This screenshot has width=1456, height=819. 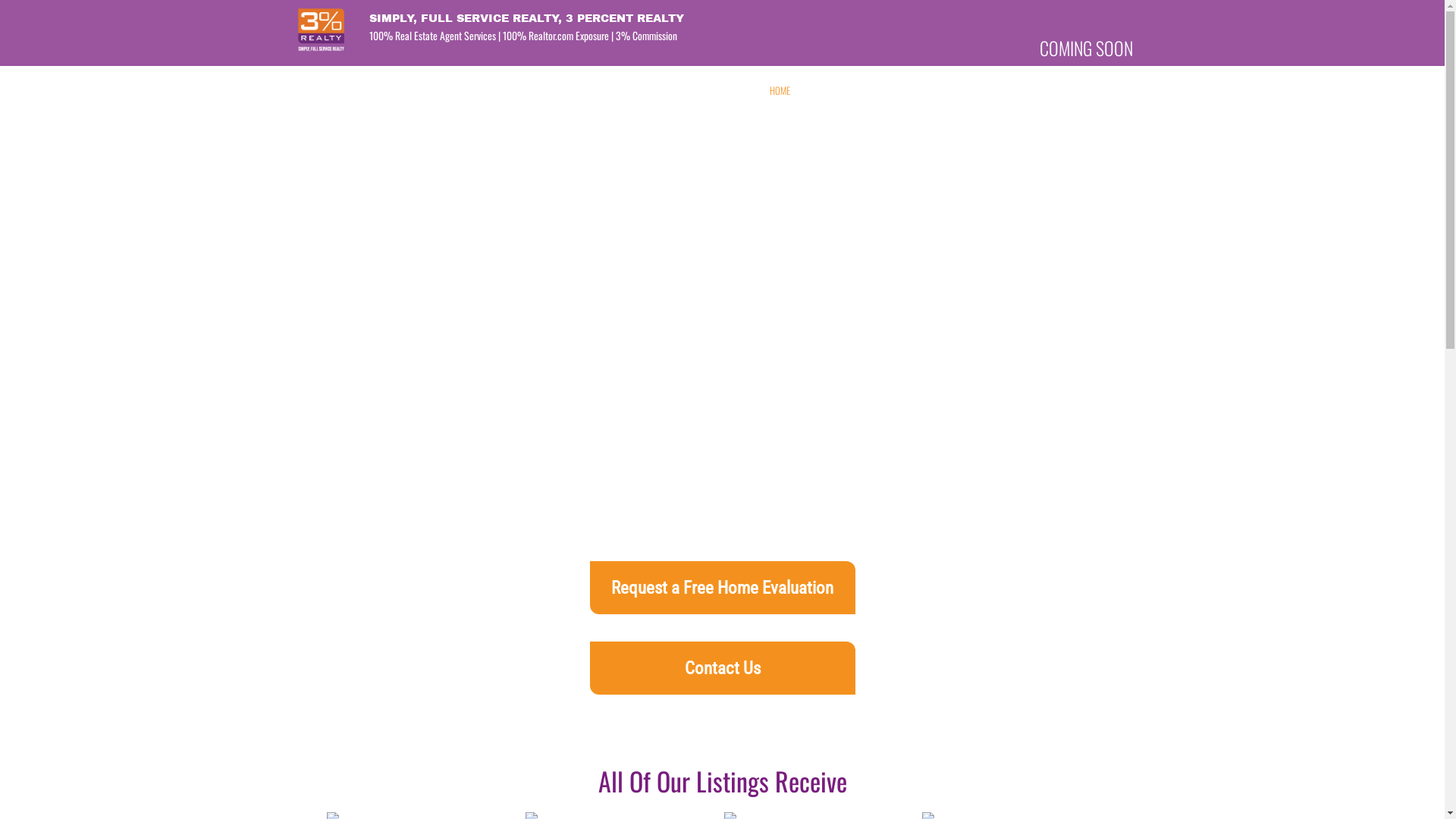 I want to click on 'HOME', so click(x=779, y=90).